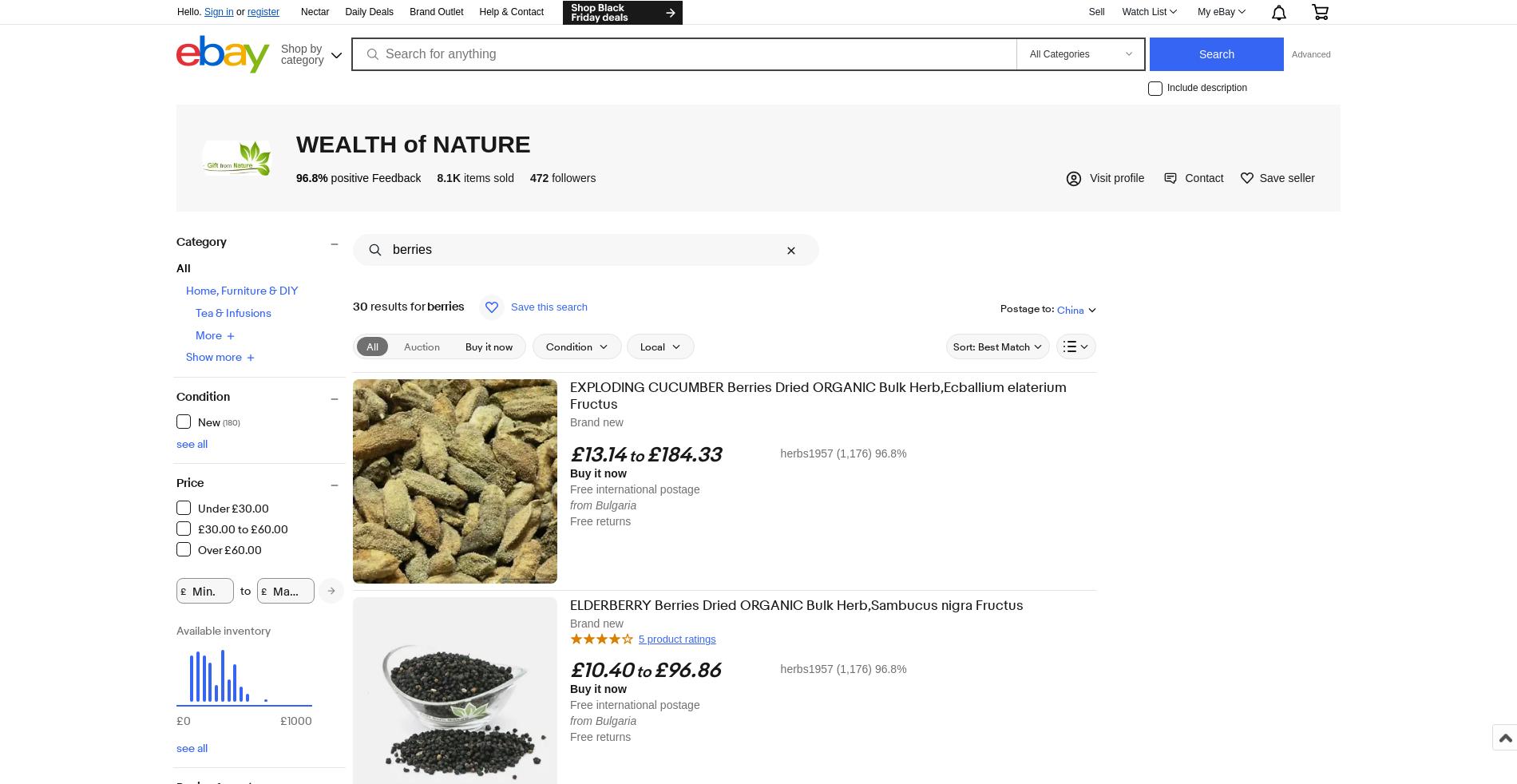  Describe the element at coordinates (314, 11) in the screenshot. I see `'Nectar'` at that location.